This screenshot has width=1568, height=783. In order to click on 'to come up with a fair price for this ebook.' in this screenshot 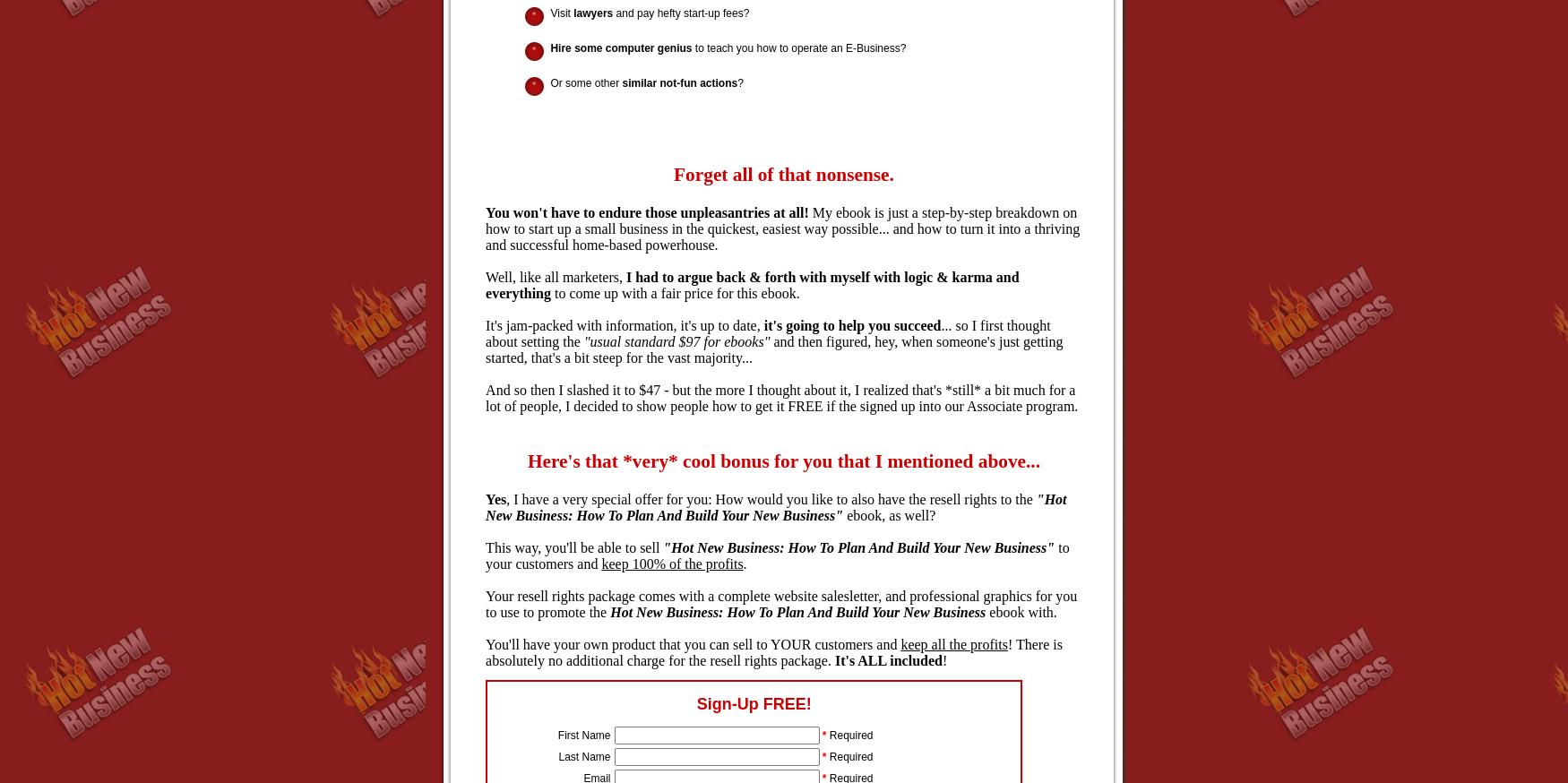, I will do `click(674, 292)`.